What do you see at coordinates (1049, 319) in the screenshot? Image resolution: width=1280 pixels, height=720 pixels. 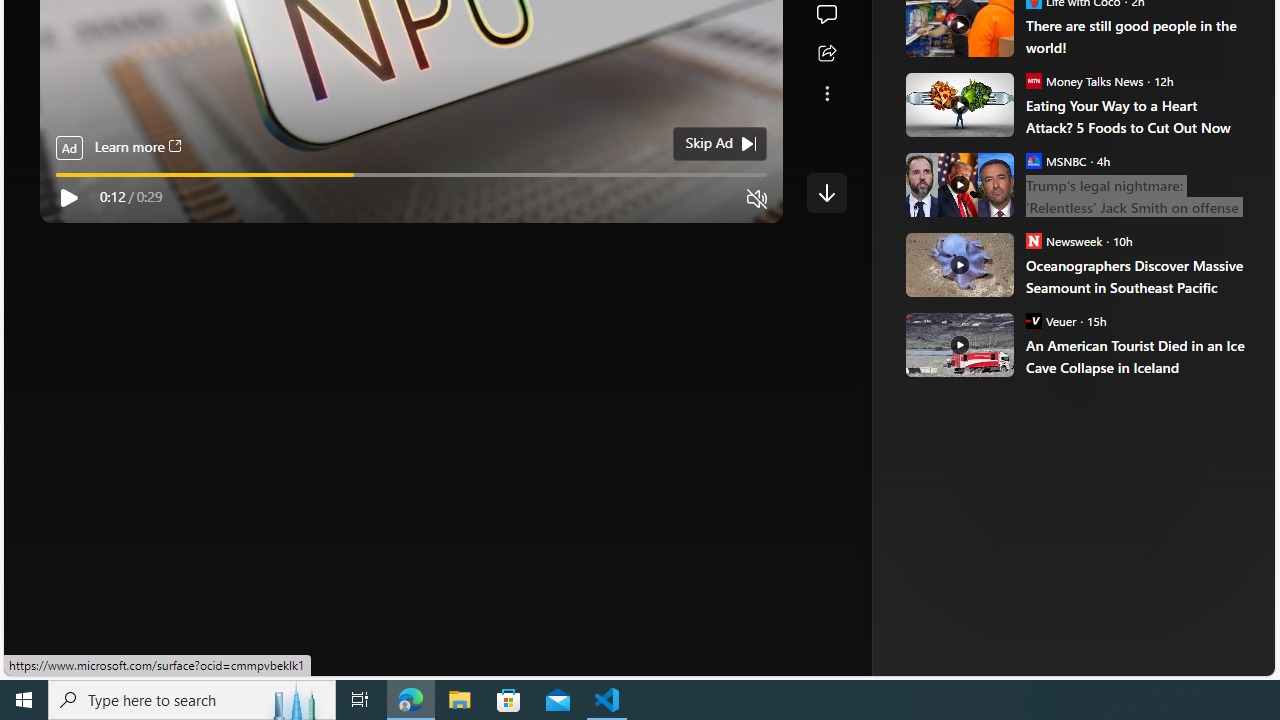 I see `'Veuer Veuer'` at bounding box center [1049, 319].